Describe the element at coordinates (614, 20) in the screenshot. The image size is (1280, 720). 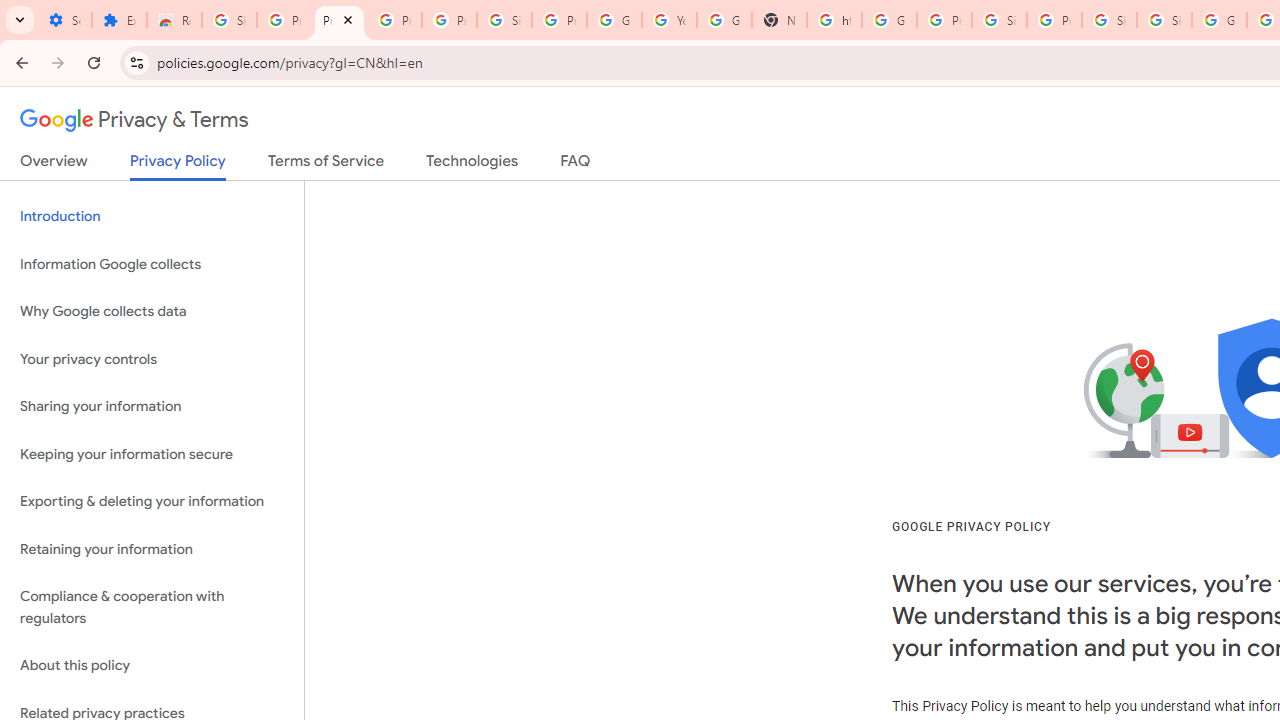
I see `'Google Account'` at that location.